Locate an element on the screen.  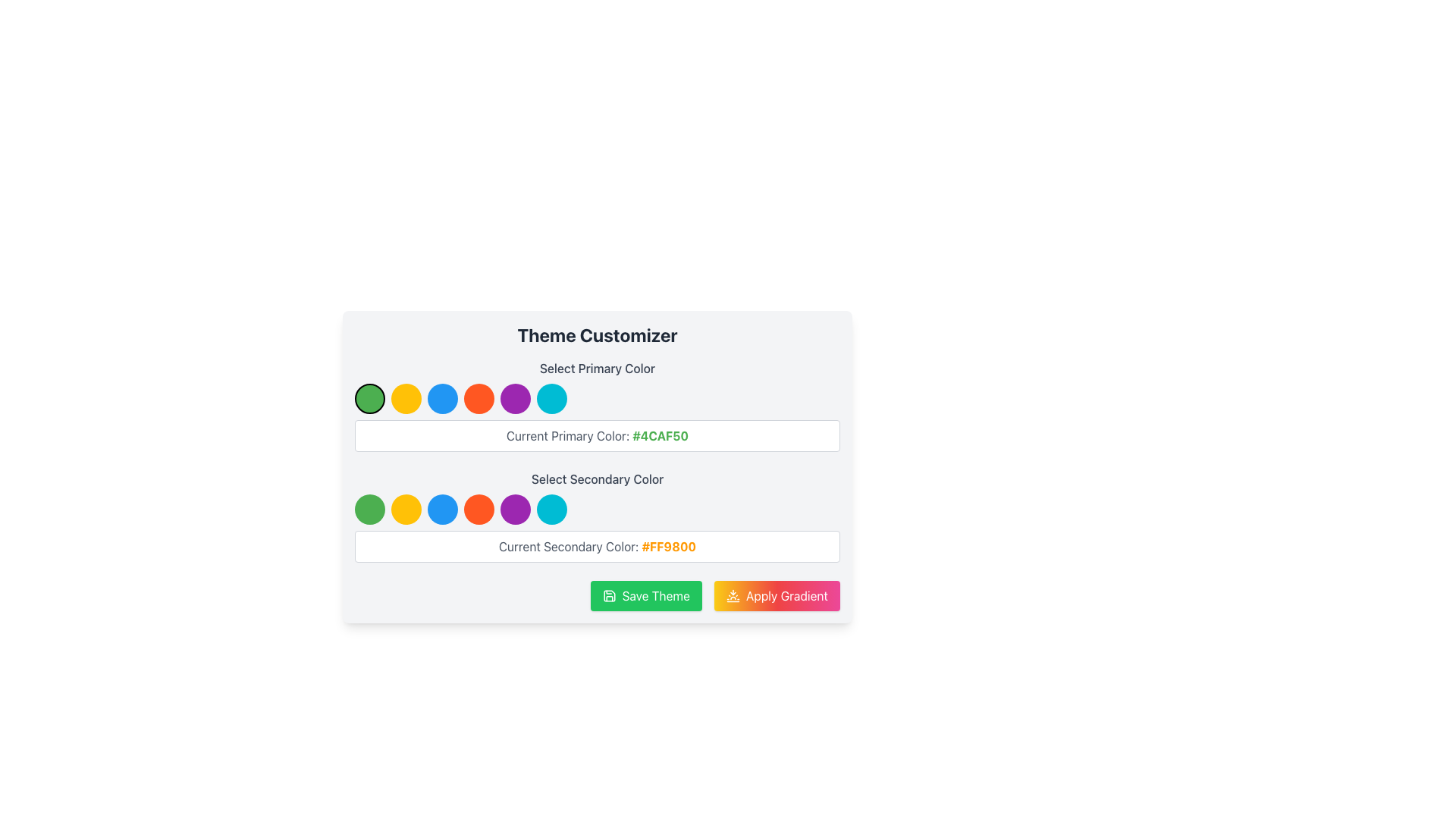
the fifth circular button in the 'Select Secondary Color' section is located at coordinates (516, 509).